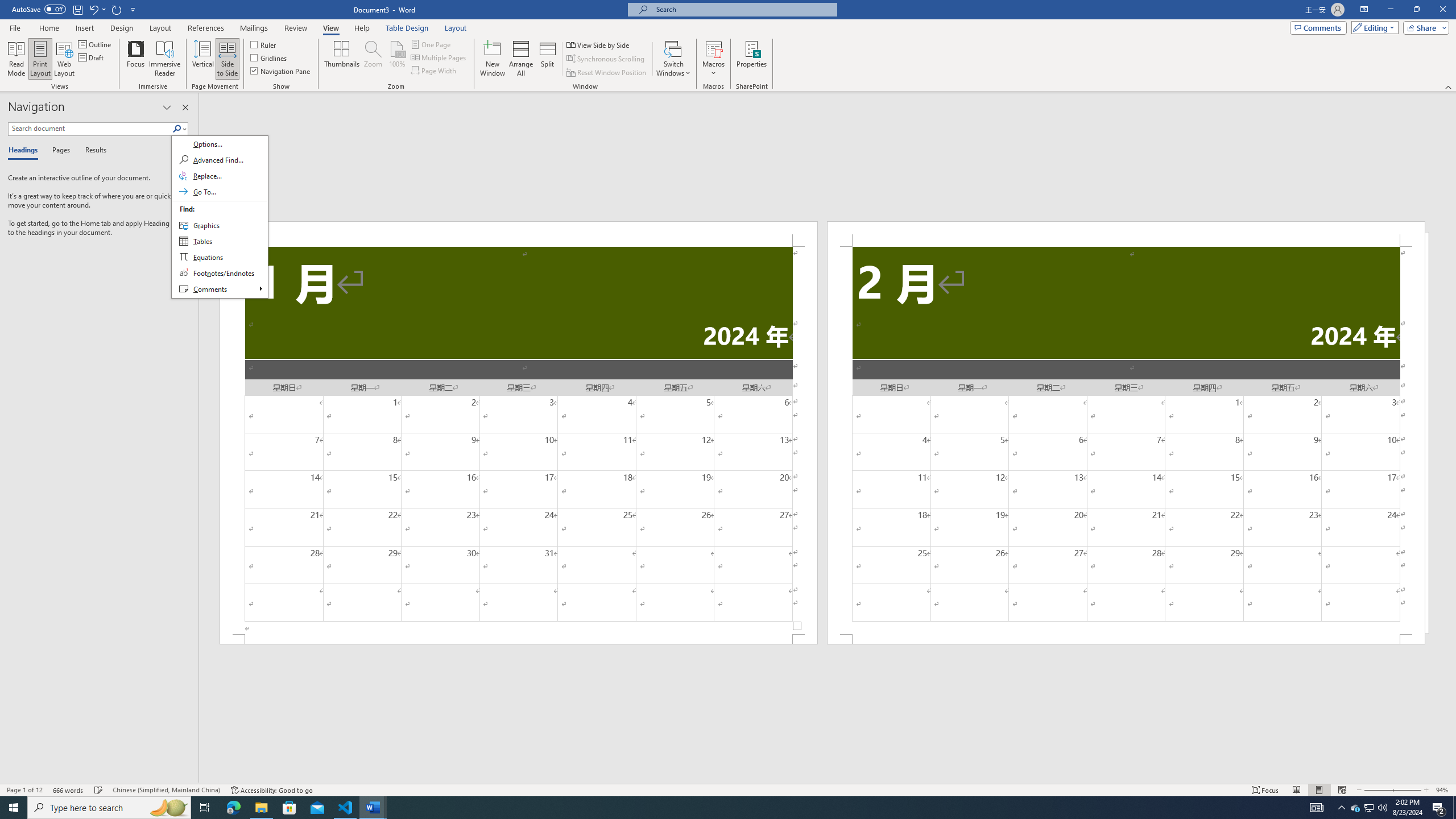 This screenshot has height=819, width=1456. What do you see at coordinates (396, 59) in the screenshot?
I see `'100%'` at bounding box center [396, 59].